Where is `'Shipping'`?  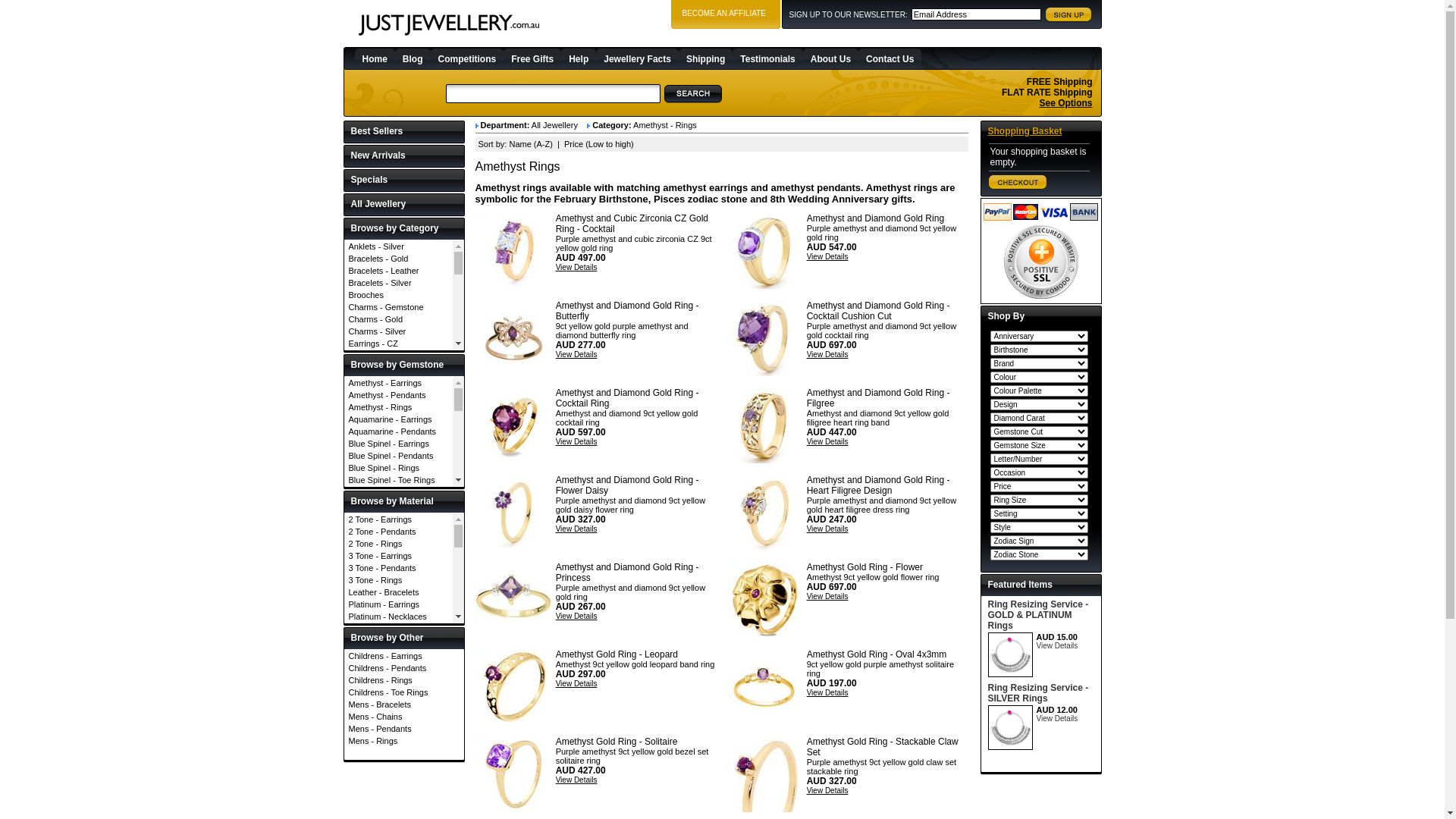 'Shipping' is located at coordinates (704, 58).